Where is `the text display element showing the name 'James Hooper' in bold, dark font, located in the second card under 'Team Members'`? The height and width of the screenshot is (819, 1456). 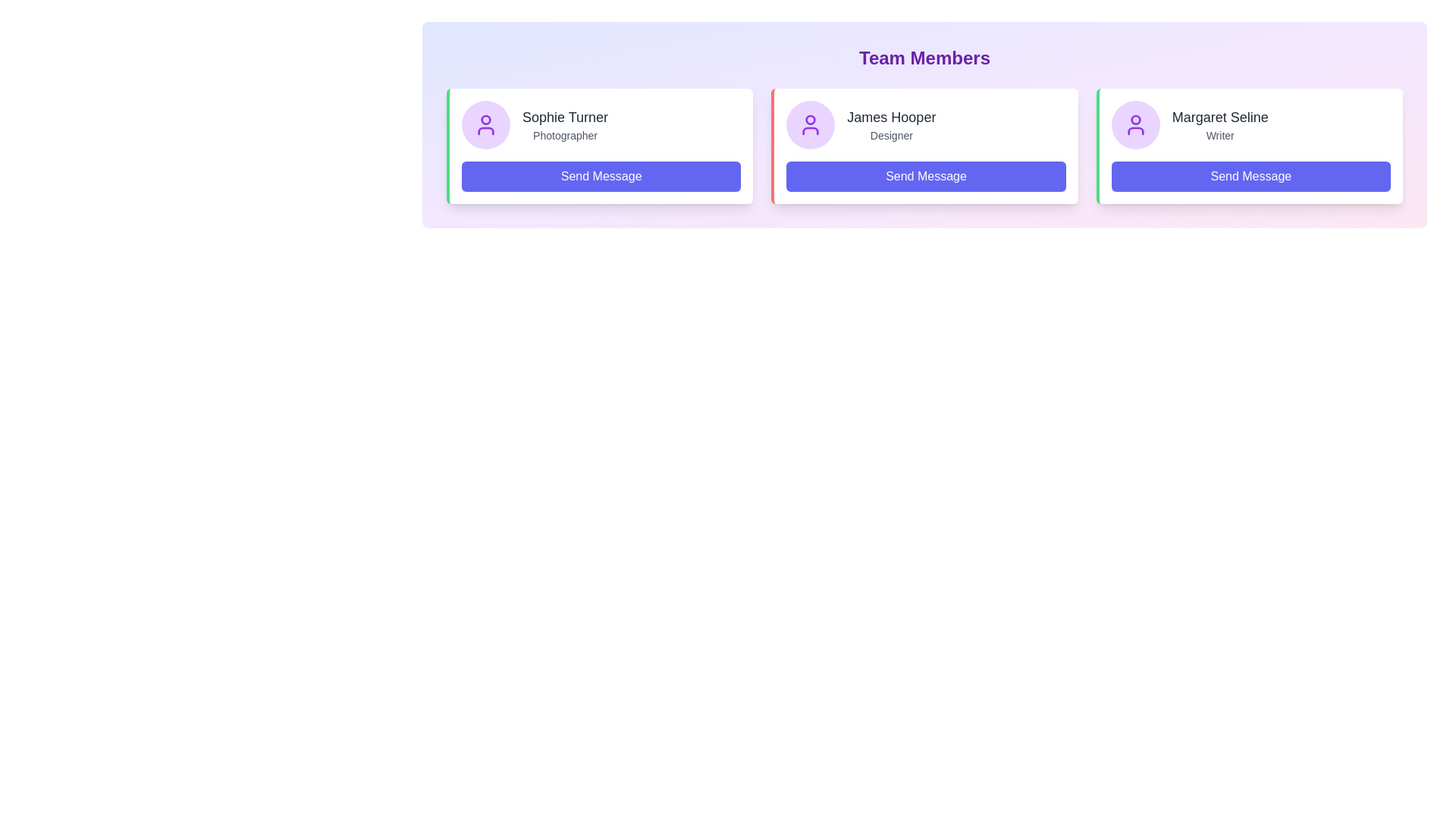
the text display element showing the name 'James Hooper' in bold, dark font, located in the second card under 'Team Members' is located at coordinates (891, 116).